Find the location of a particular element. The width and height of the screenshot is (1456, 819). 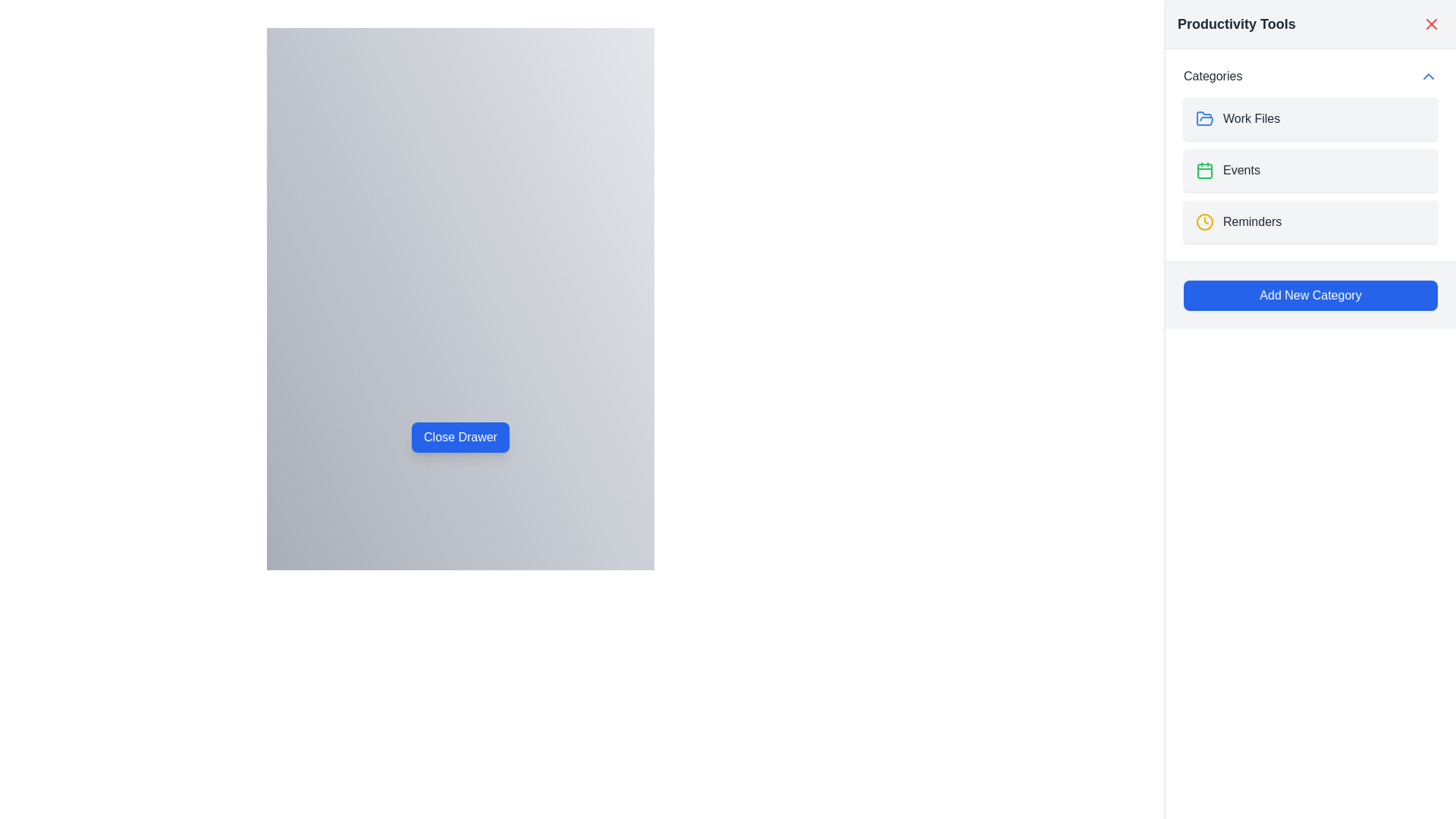

the second item in the vertical list labeled 'Events' within the 'Productivity Tools' sidebar is located at coordinates (1310, 170).